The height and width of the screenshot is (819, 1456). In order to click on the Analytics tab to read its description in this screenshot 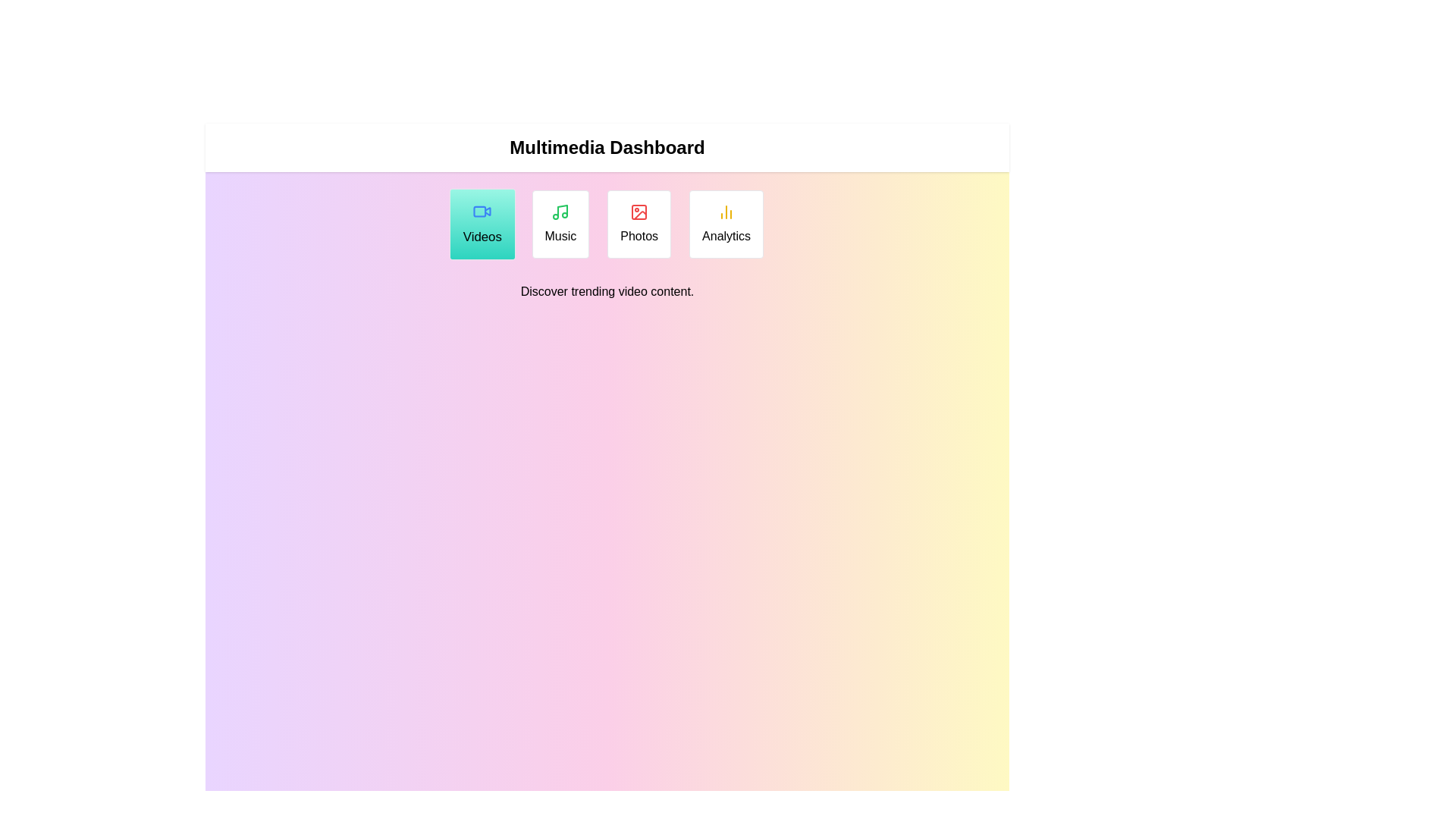, I will do `click(726, 224)`.